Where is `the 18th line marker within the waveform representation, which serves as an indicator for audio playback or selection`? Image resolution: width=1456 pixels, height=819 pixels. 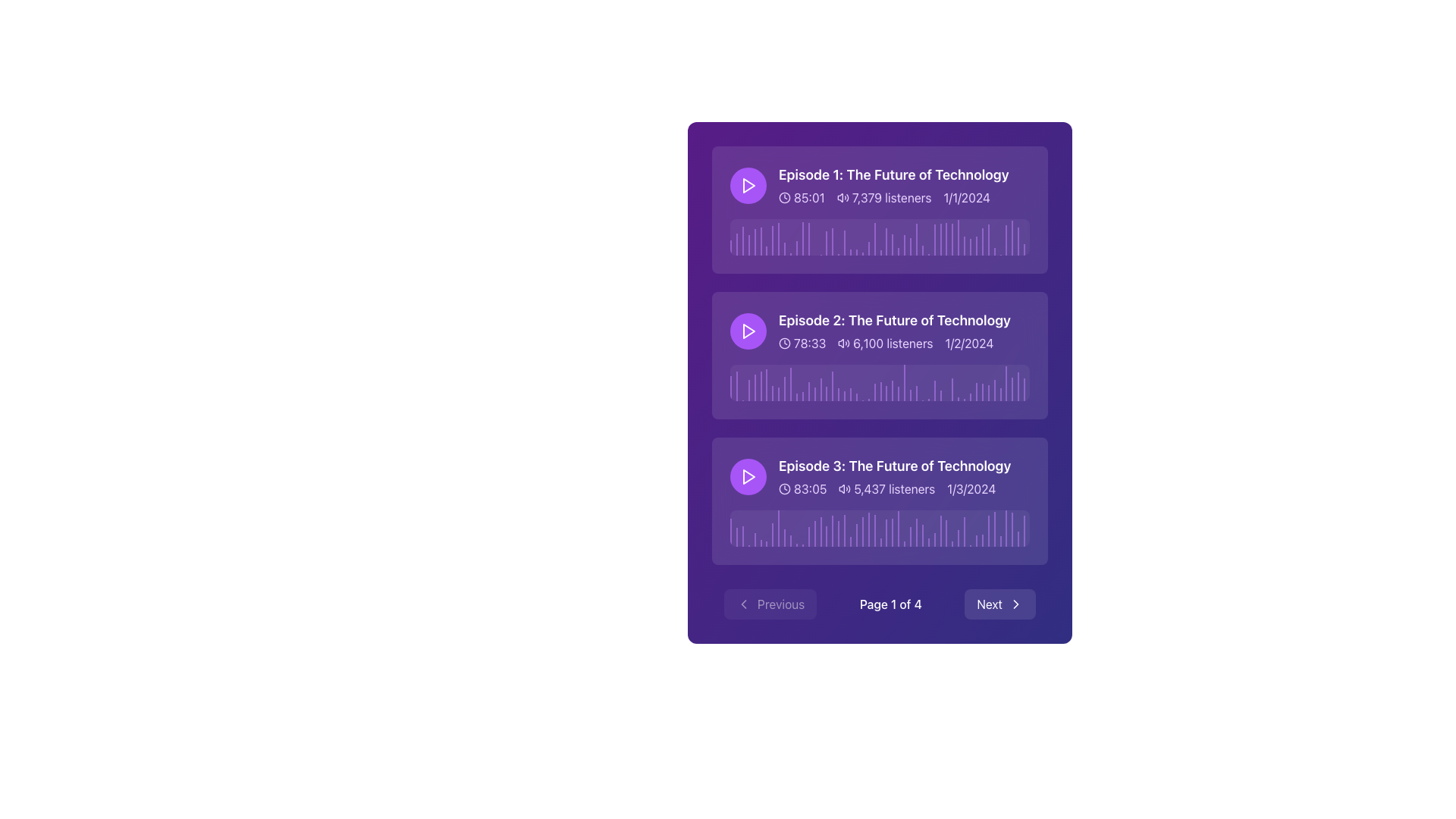 the 18th line marker within the waveform representation, which serves as an indicator for audio playback or selection is located at coordinates (832, 241).